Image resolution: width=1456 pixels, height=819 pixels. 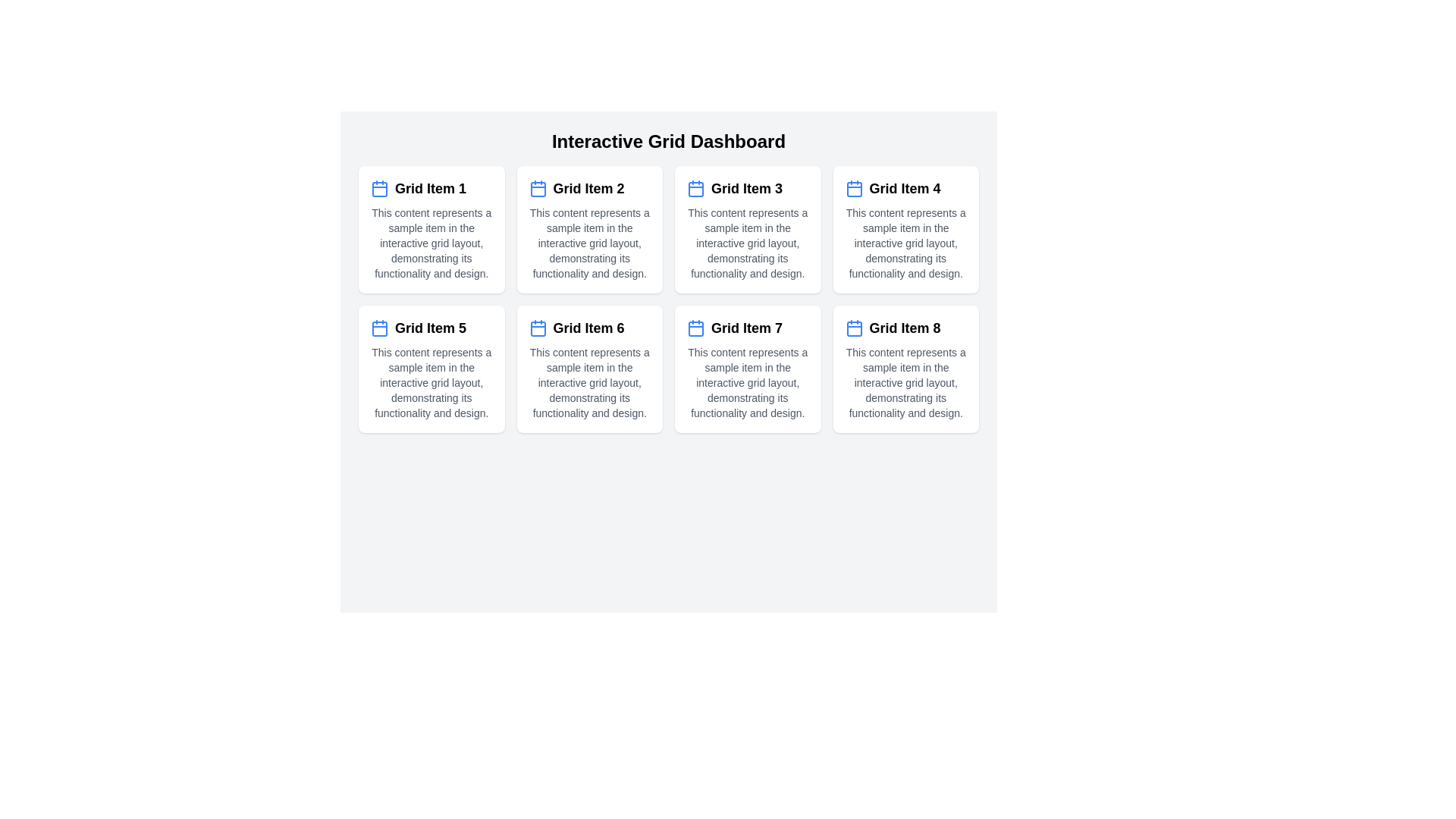 I want to click on the text content that describes 'This content represents a sample item in the interactive grid layout, demonstrating its functionality and design.' located in 'Grid Item 4', so click(x=905, y=242).